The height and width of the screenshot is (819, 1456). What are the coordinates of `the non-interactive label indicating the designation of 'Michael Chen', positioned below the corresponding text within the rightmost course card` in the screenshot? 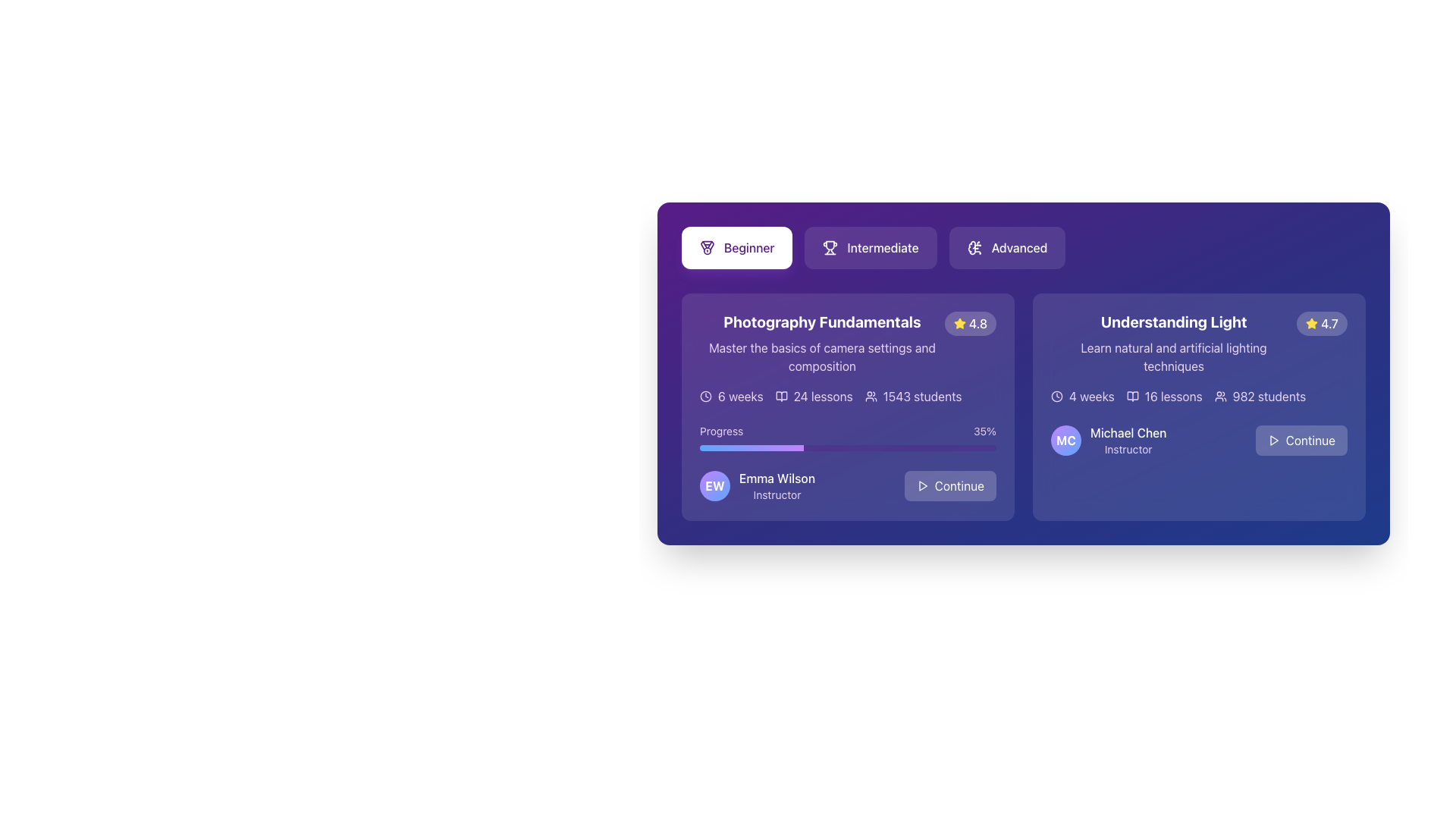 It's located at (1128, 449).